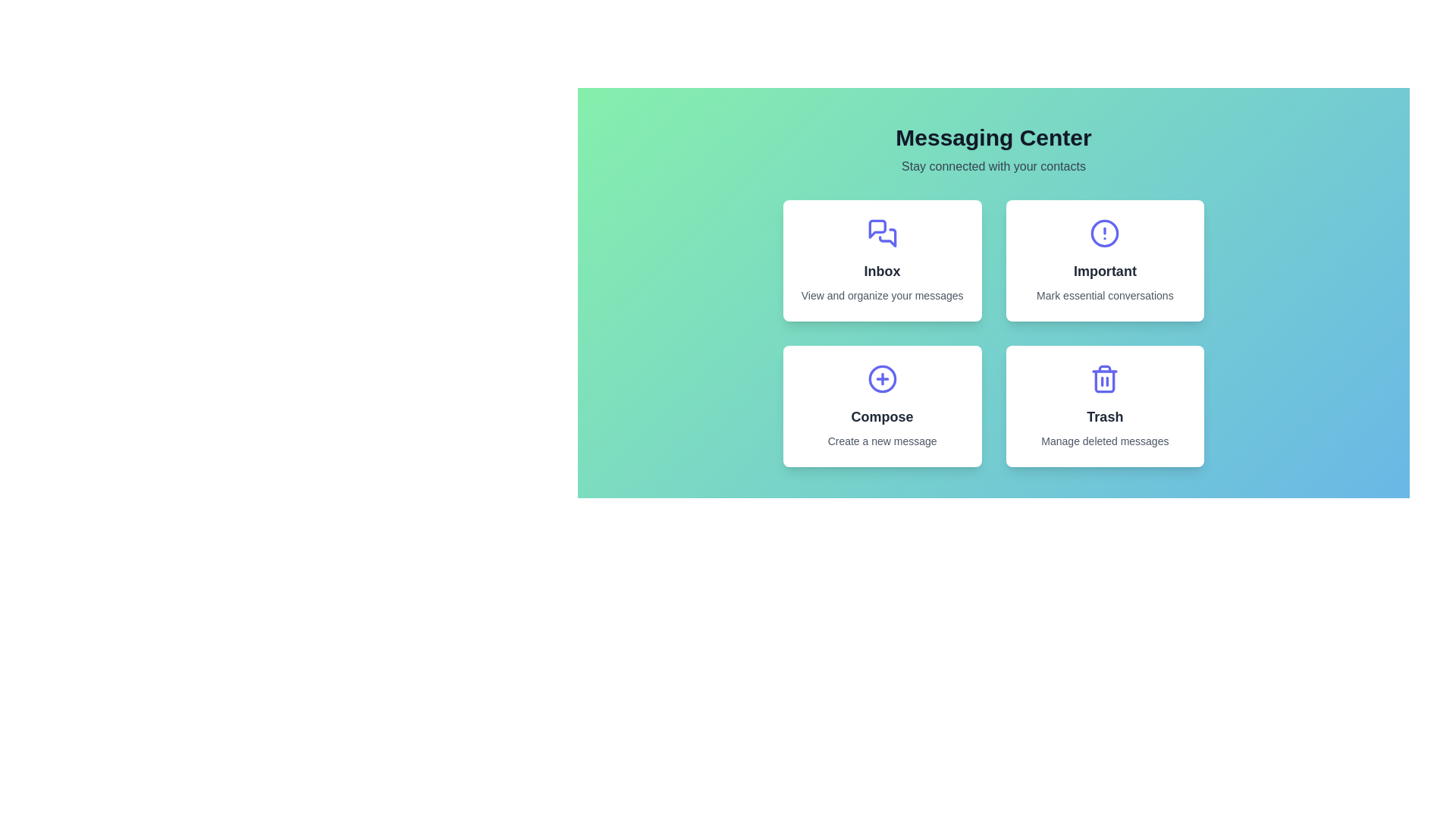  What do you see at coordinates (1105, 381) in the screenshot?
I see `the main vertical frame of the trash bin icon located in the lower-right card labeled 'Trash'` at bounding box center [1105, 381].